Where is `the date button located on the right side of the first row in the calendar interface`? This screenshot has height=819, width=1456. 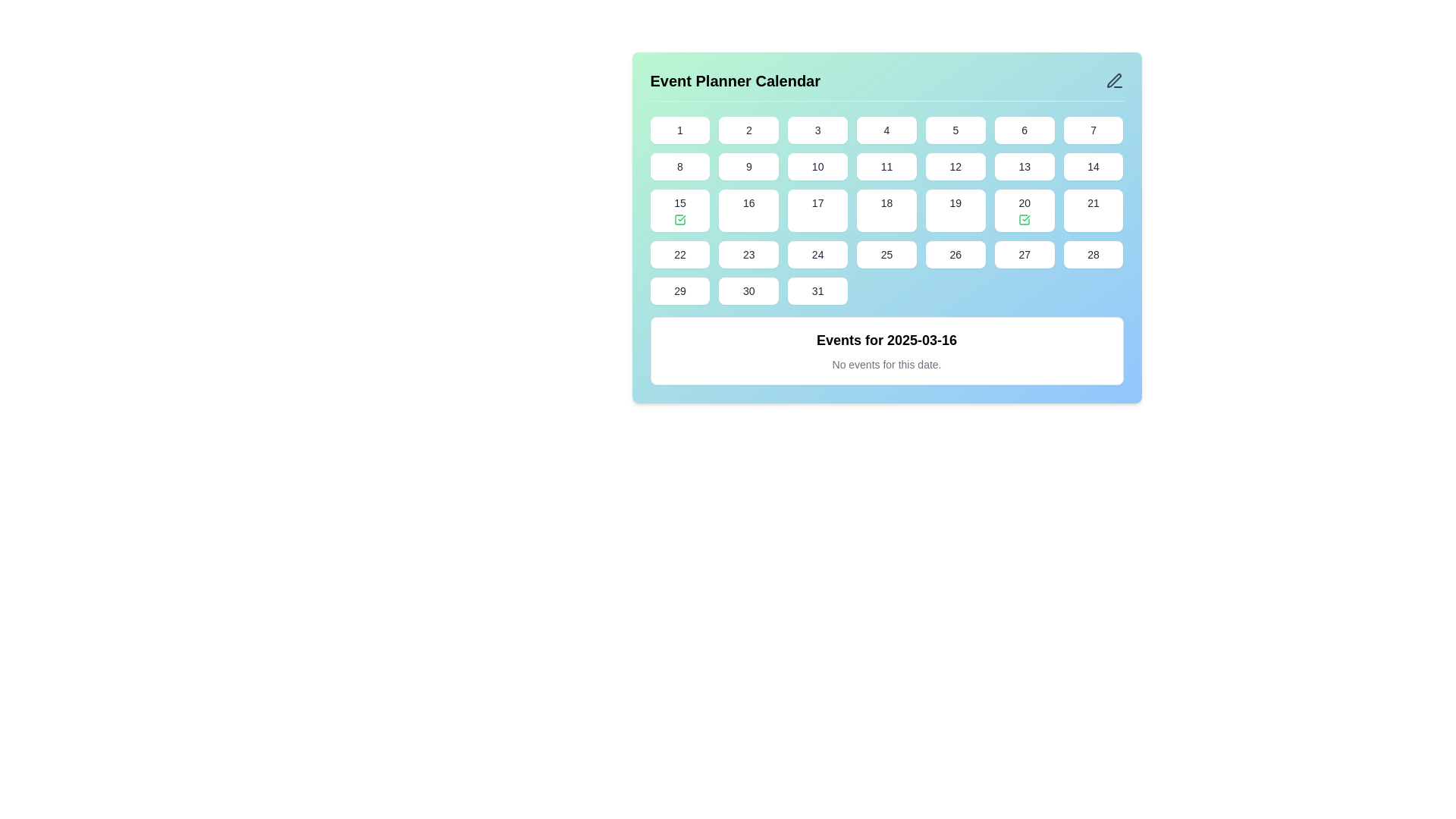
the date button located on the right side of the first row in the calendar interface is located at coordinates (1094, 130).